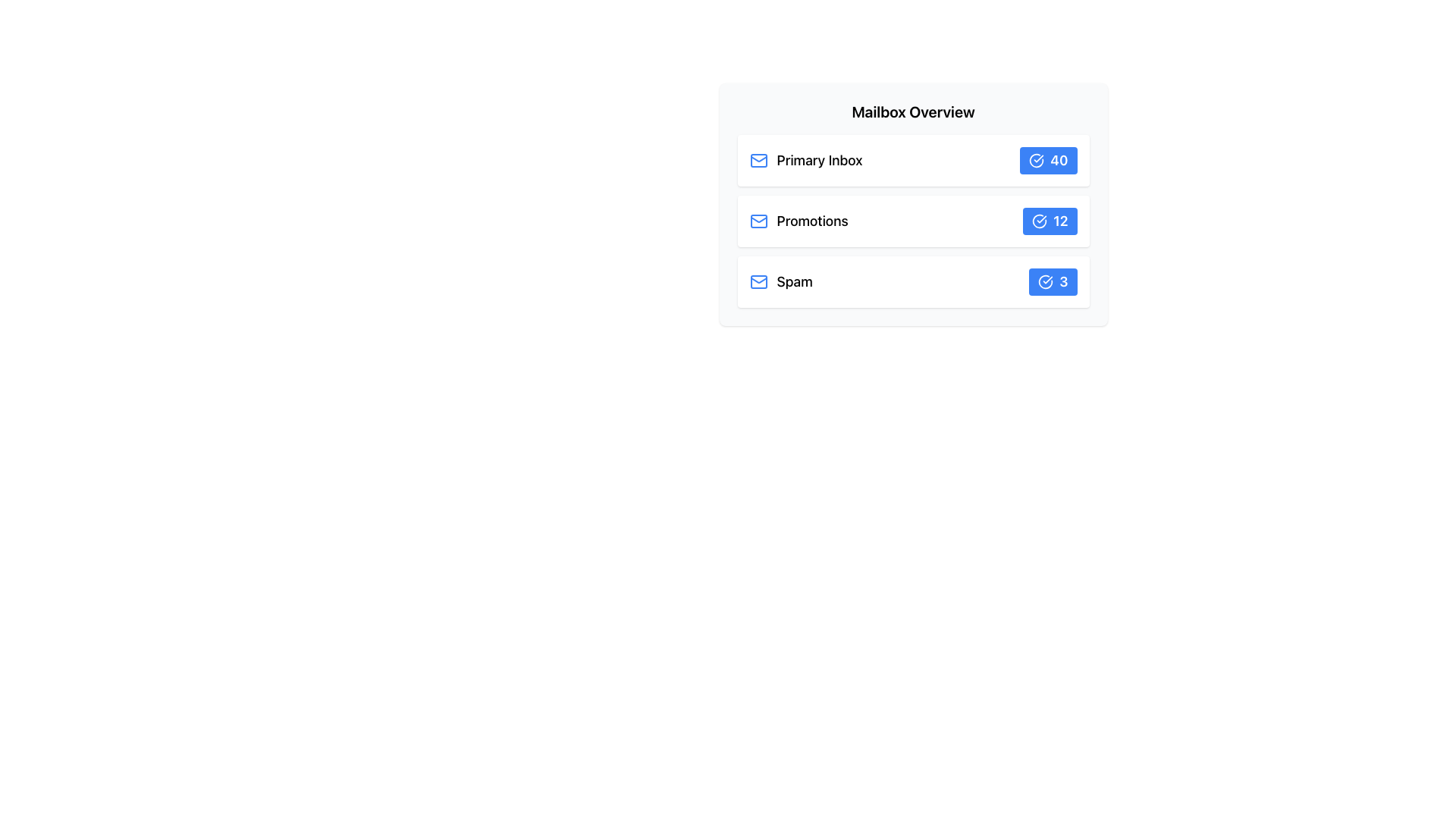 Image resolution: width=1456 pixels, height=819 pixels. I want to click on the 'Promotions' category list item in the Mailbox Overview, so click(912, 221).